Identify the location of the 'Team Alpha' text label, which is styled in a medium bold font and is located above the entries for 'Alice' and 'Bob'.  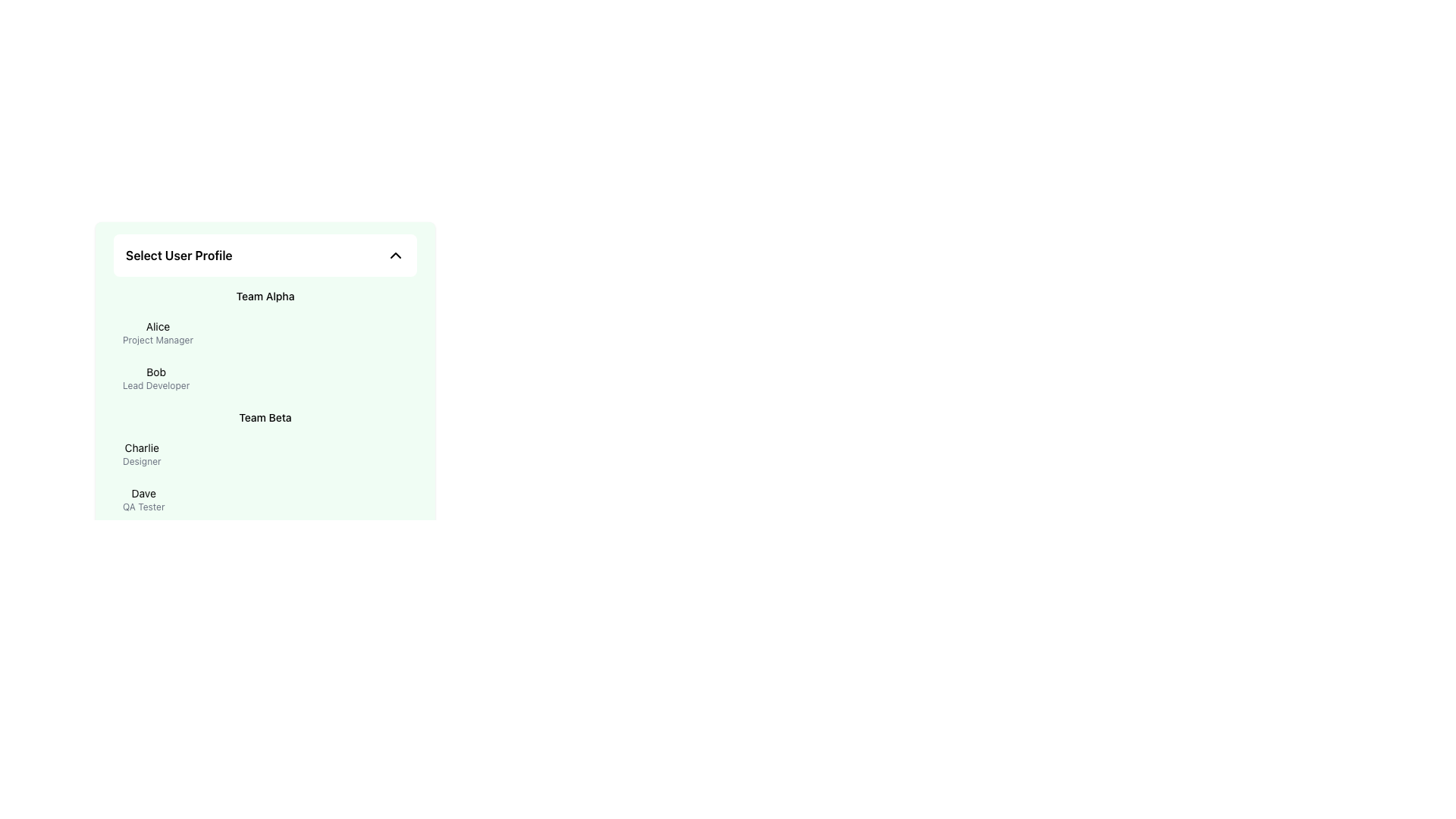
(265, 296).